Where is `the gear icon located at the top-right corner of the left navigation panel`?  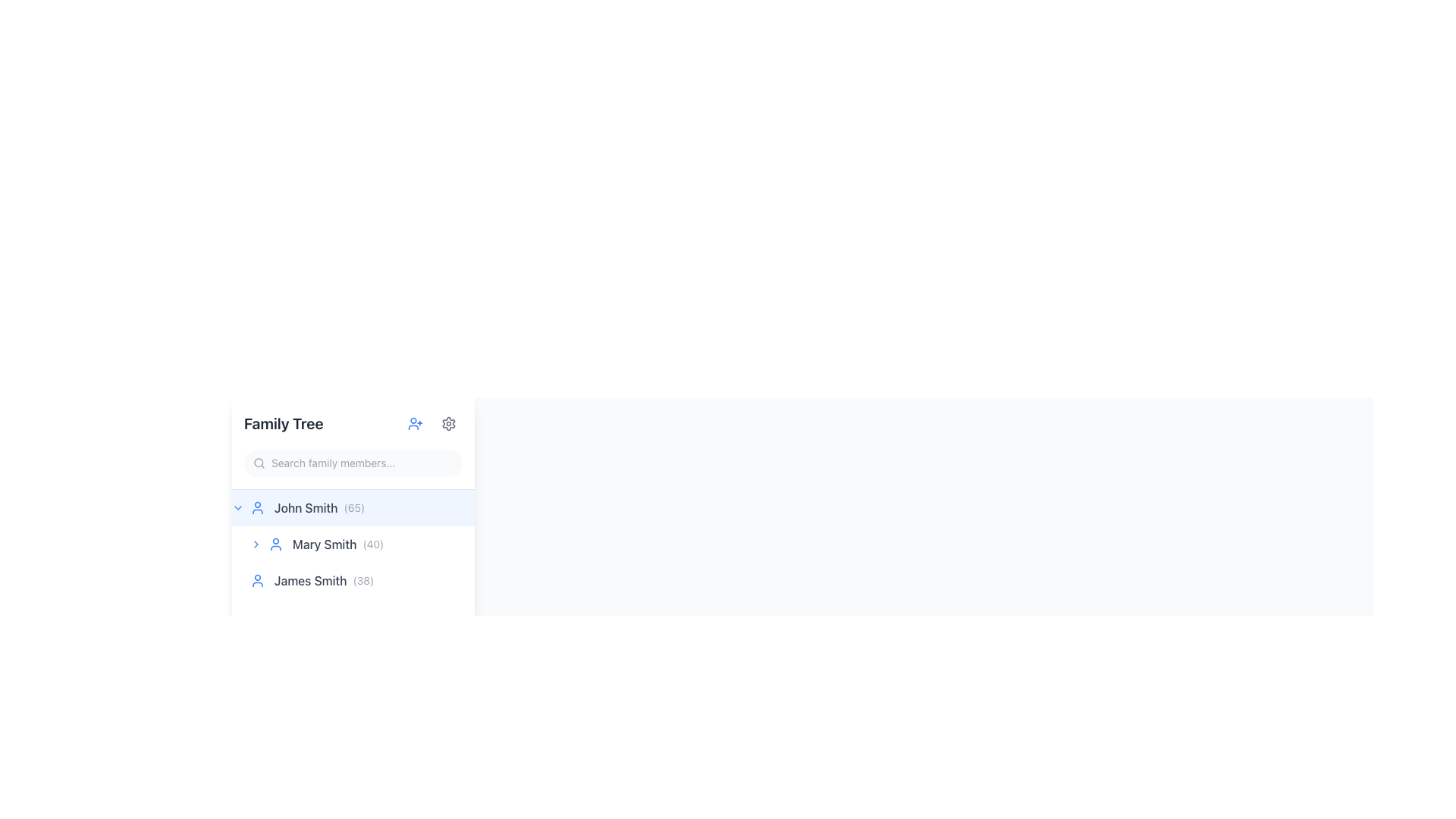 the gear icon located at the top-right corner of the left navigation panel is located at coordinates (447, 424).